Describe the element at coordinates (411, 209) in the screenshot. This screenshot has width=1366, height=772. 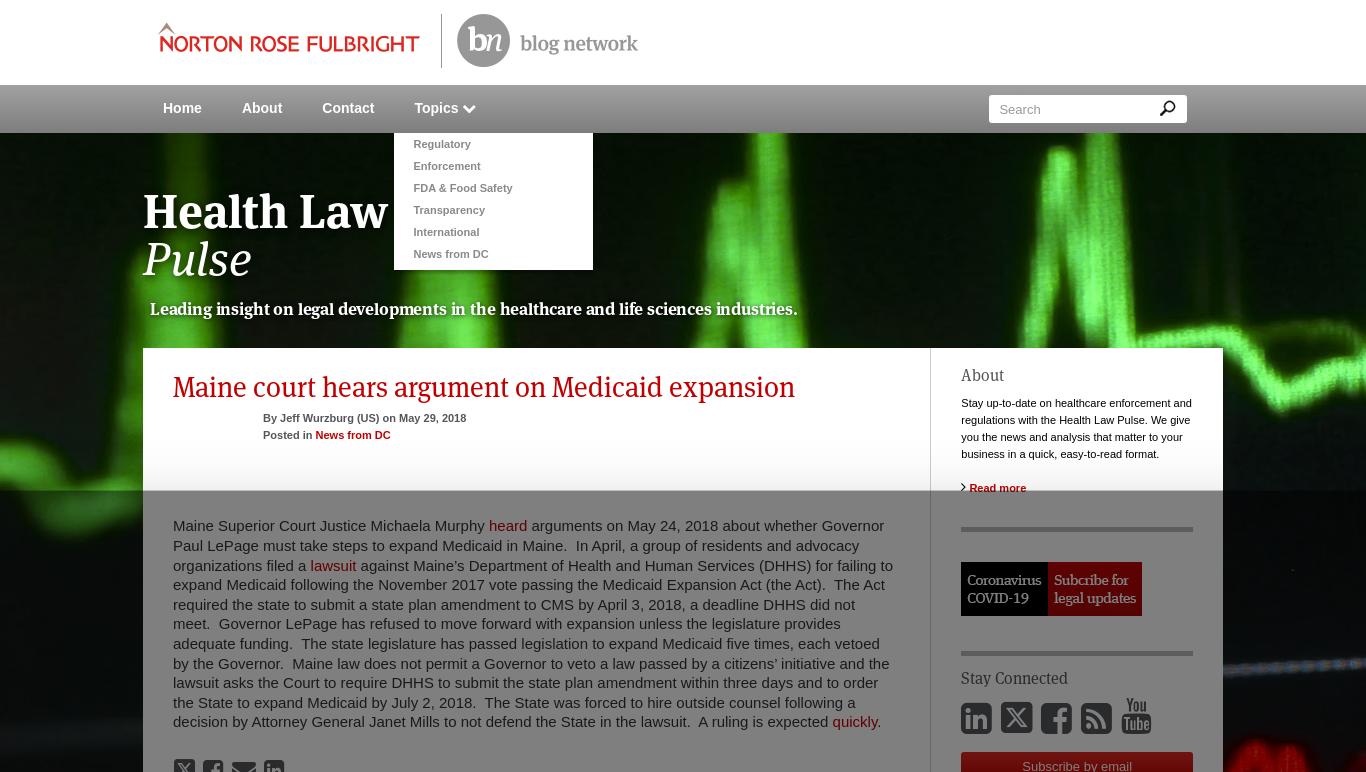
I see `'Transparency'` at that location.